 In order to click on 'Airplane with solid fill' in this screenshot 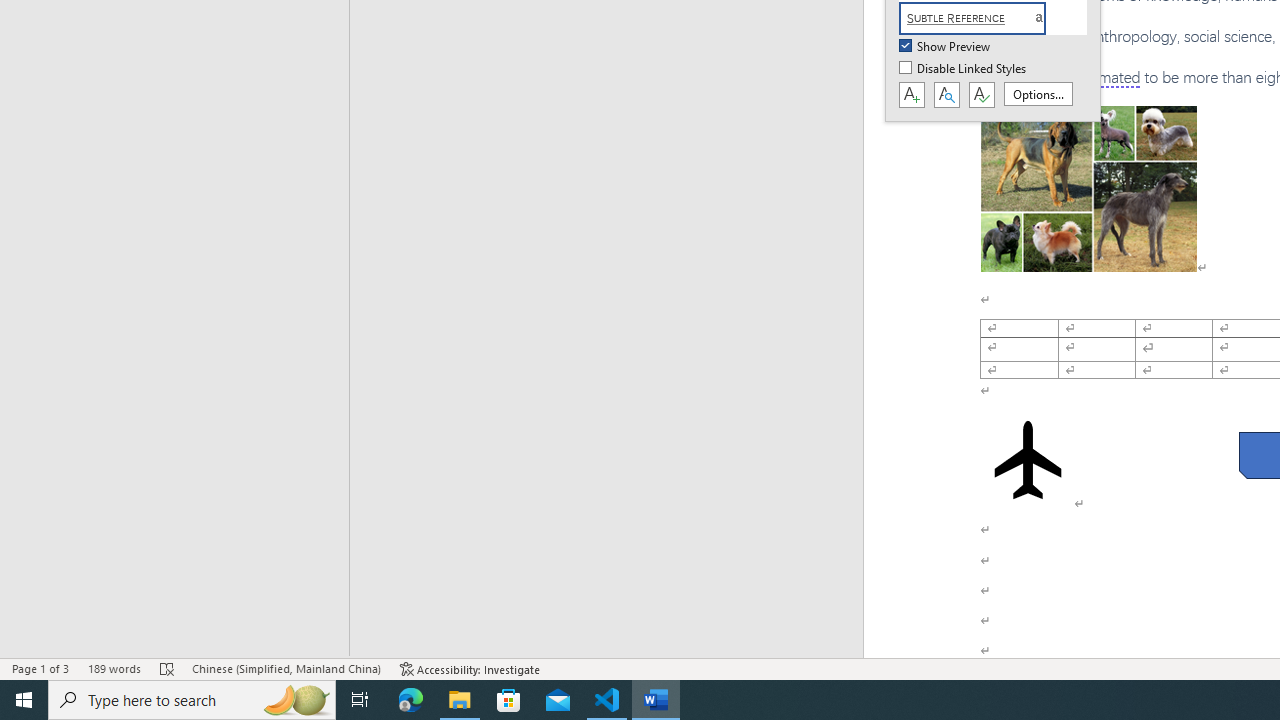, I will do `click(1027, 460)`.